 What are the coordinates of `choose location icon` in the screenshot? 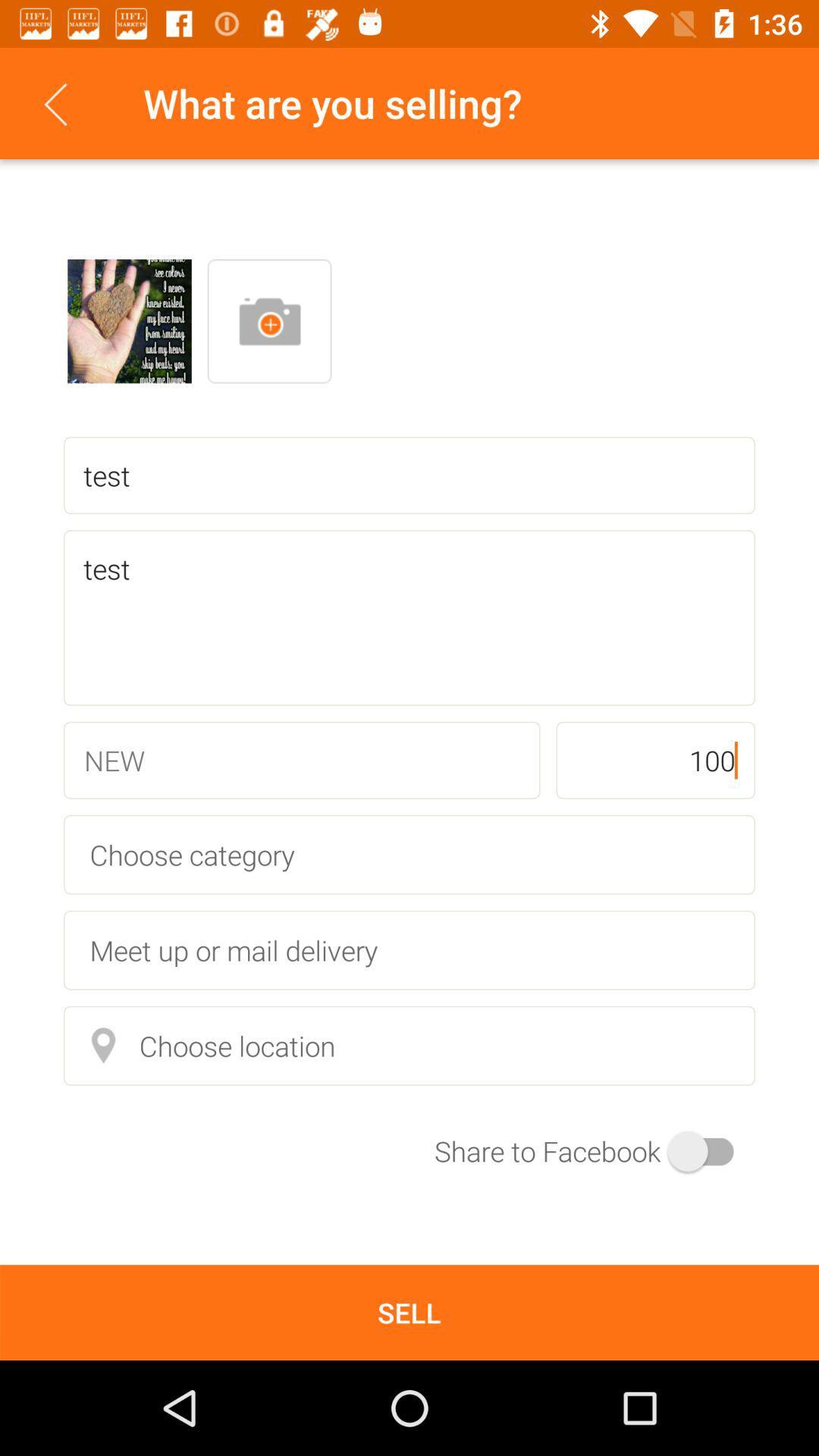 It's located at (409, 1045).